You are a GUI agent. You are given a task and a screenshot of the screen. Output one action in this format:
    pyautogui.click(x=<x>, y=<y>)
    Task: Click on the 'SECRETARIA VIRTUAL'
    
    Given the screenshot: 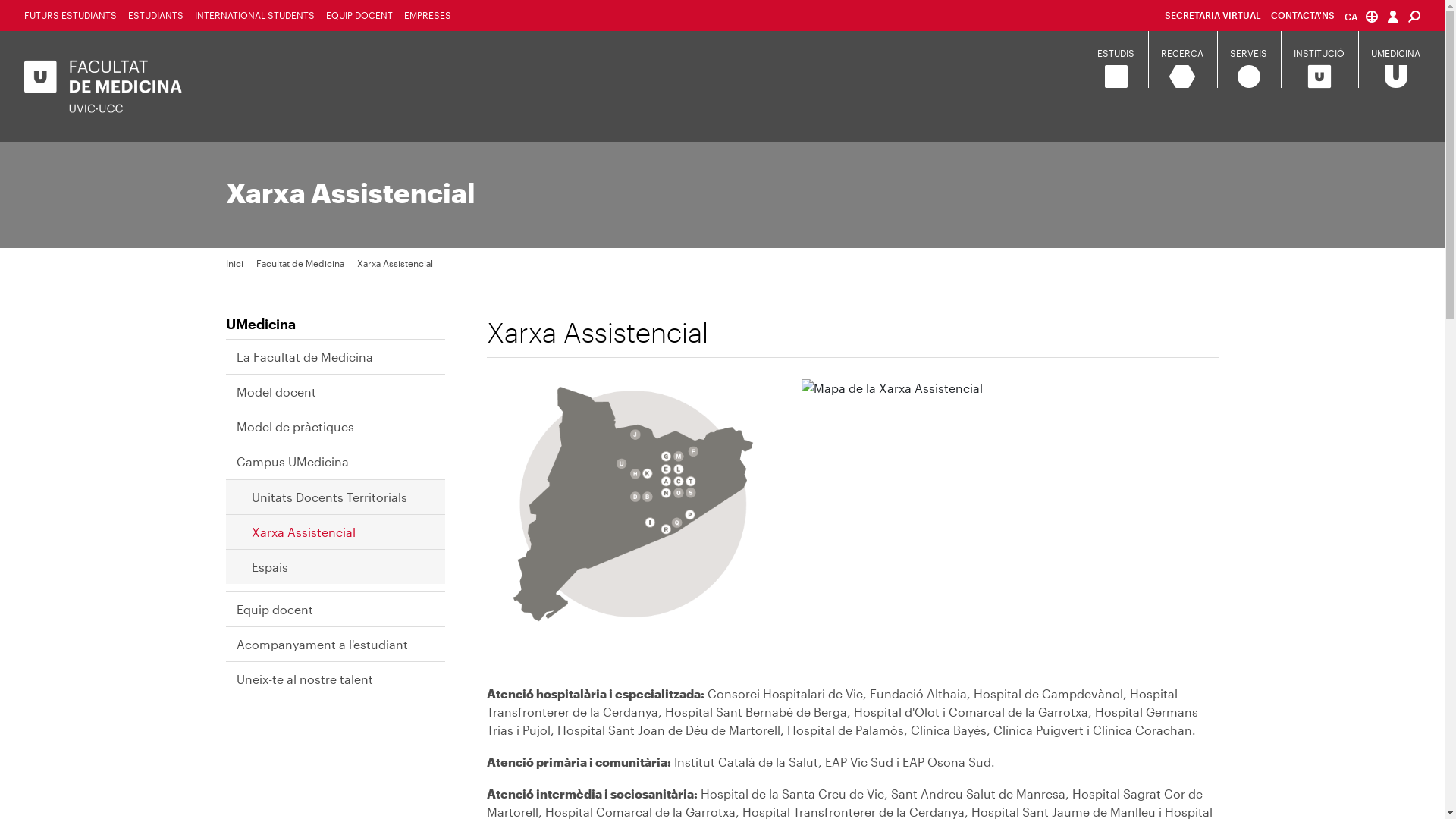 What is the action you would take?
    pyautogui.click(x=1212, y=14)
    